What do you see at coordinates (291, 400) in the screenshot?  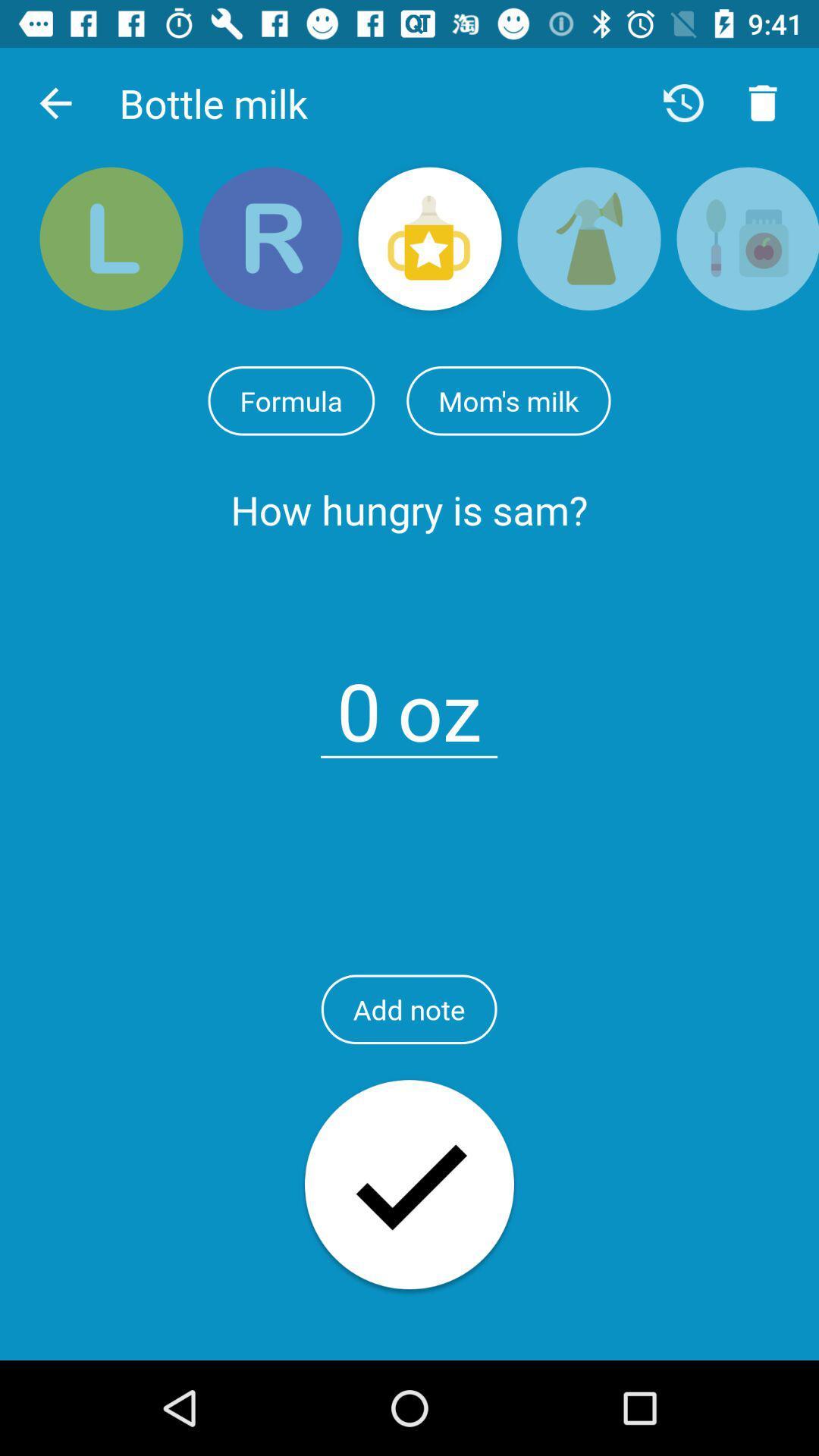 I see `icon next to the mom's milk item` at bounding box center [291, 400].